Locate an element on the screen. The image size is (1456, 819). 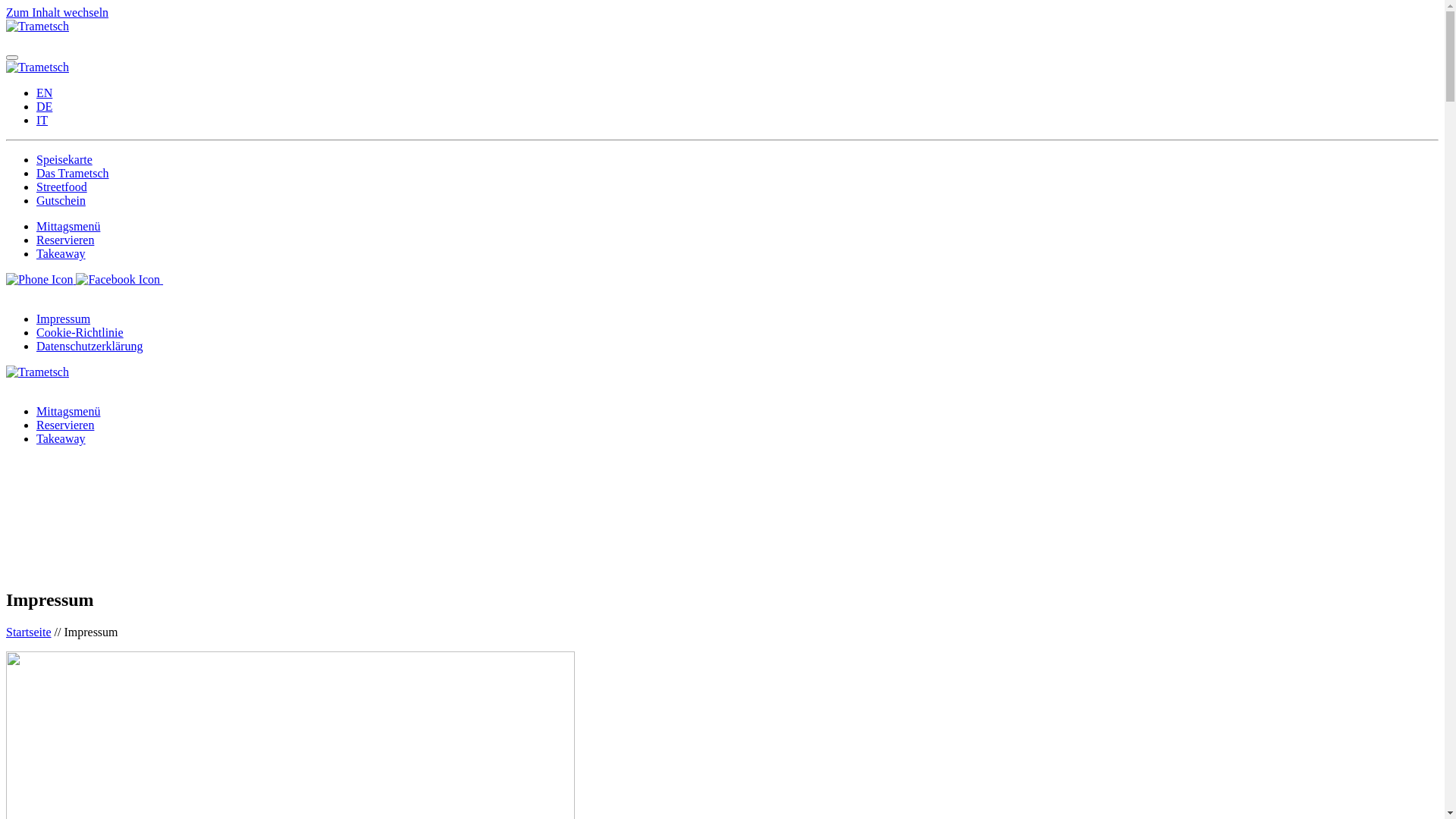
'Cookie-Richtlinie' is located at coordinates (79, 331).